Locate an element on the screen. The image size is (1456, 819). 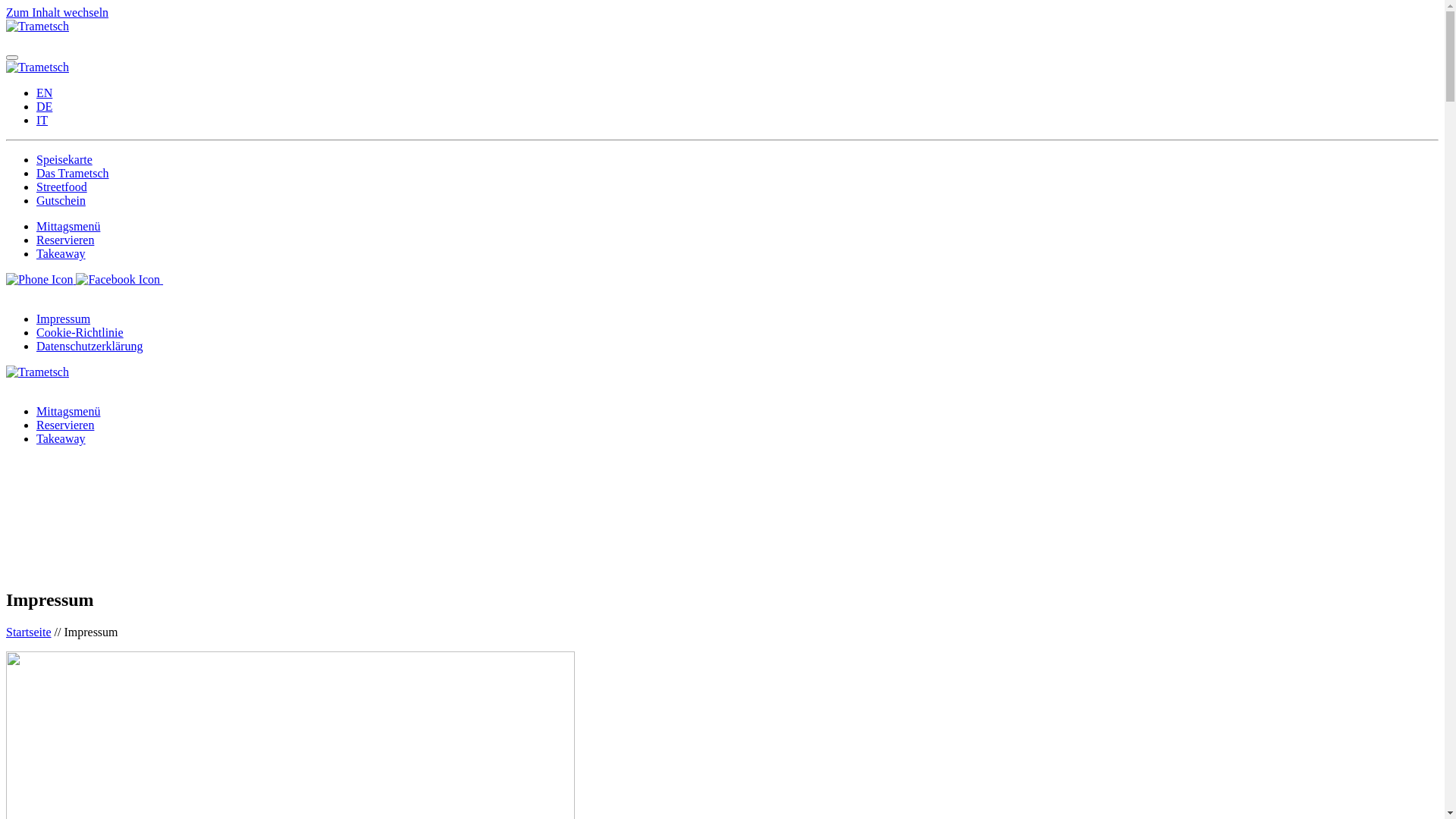
'Cookie-Richtlinie' is located at coordinates (79, 331).